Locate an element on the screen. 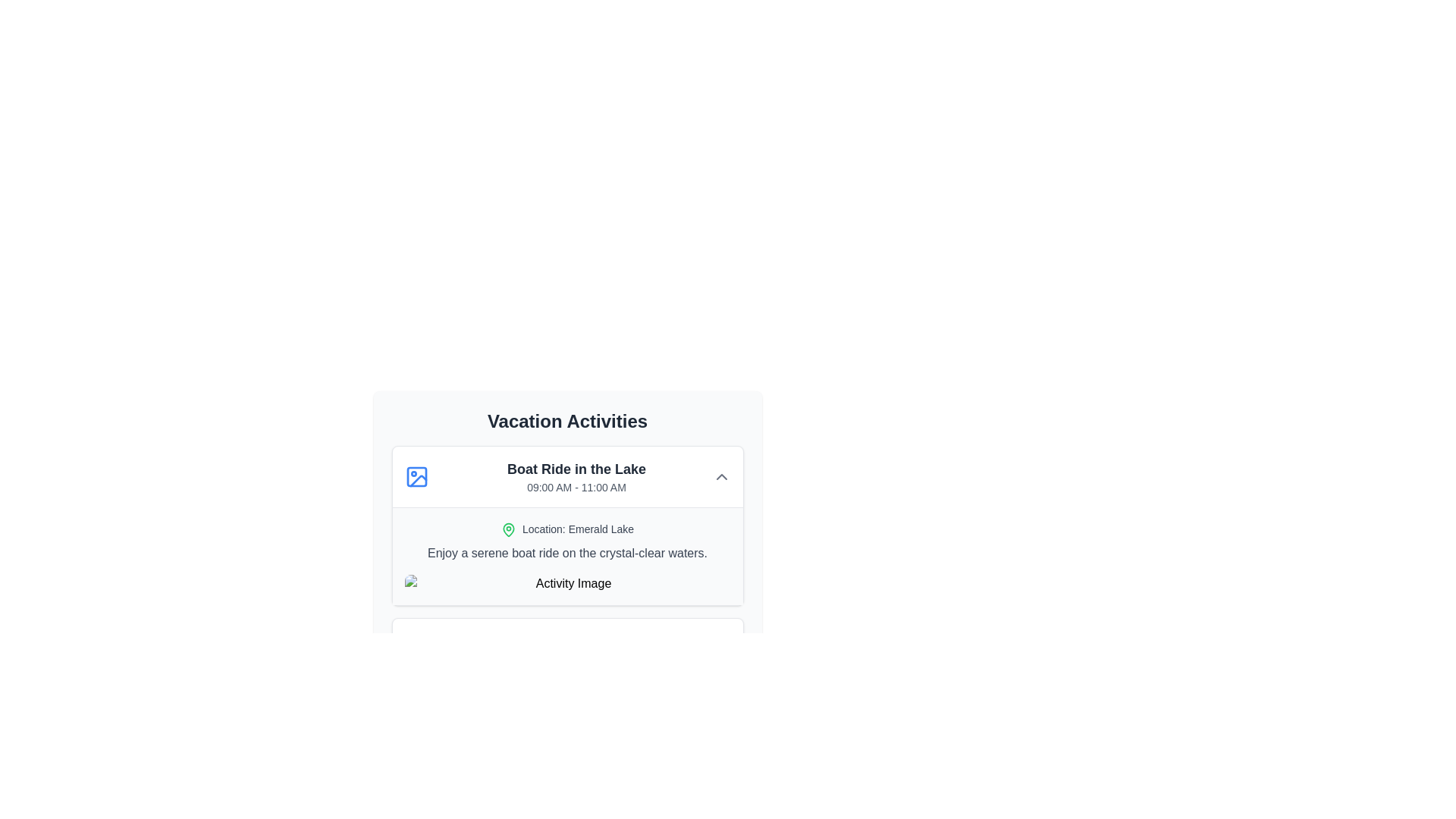  the large, bold text reading 'Boat Ride in the Lake', which is prominently styled and positioned centrally as a headline is located at coordinates (576, 468).